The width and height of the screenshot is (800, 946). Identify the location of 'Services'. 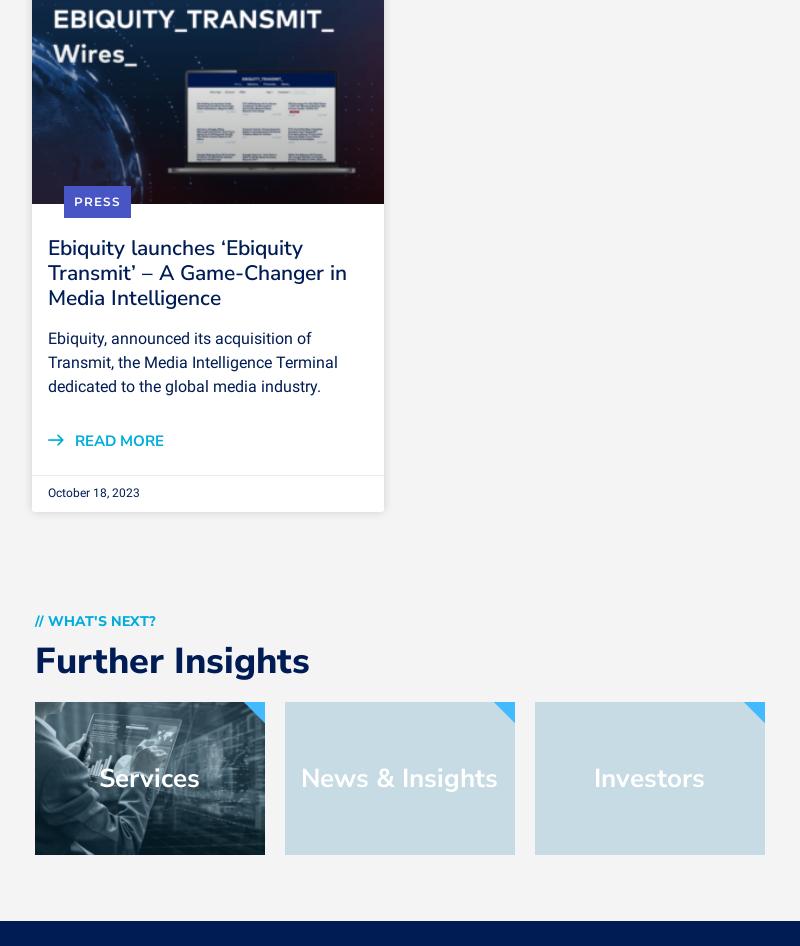
(149, 776).